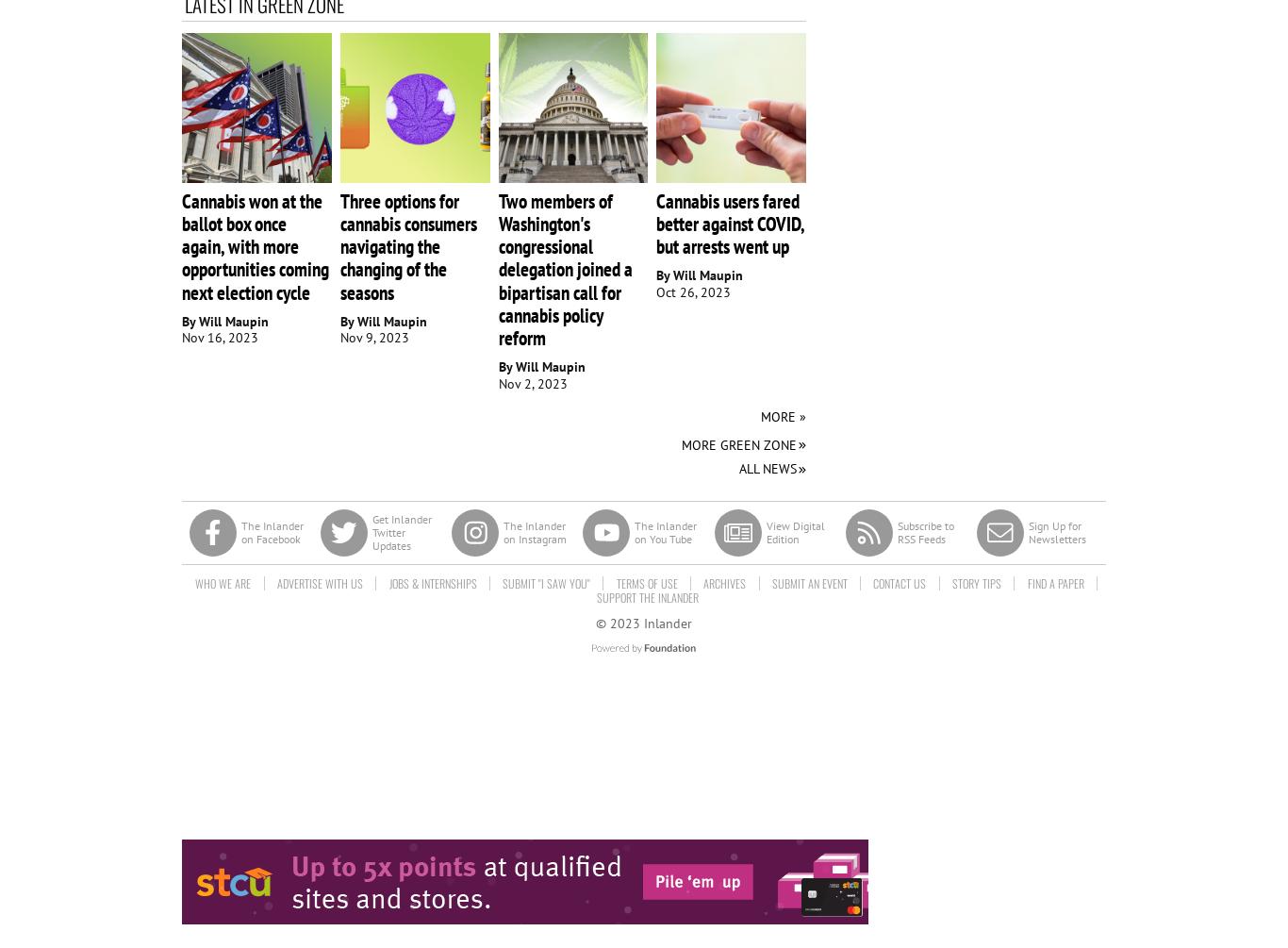 The width and height of the screenshot is (1288, 948). What do you see at coordinates (535, 530) in the screenshot?
I see `'The Inlander on Instagram'` at bounding box center [535, 530].